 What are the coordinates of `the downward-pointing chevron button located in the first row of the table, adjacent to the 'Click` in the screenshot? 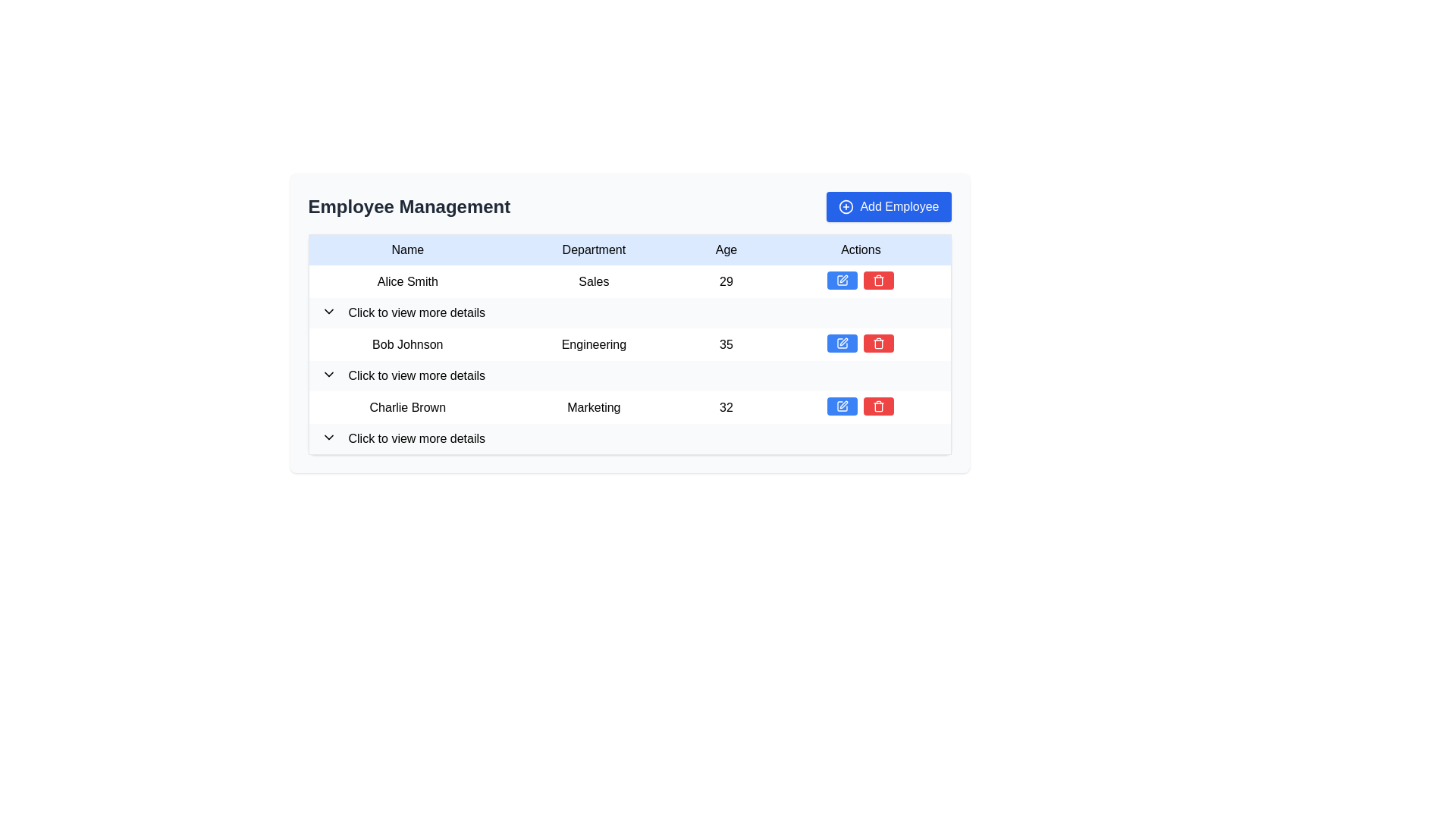 It's located at (328, 311).